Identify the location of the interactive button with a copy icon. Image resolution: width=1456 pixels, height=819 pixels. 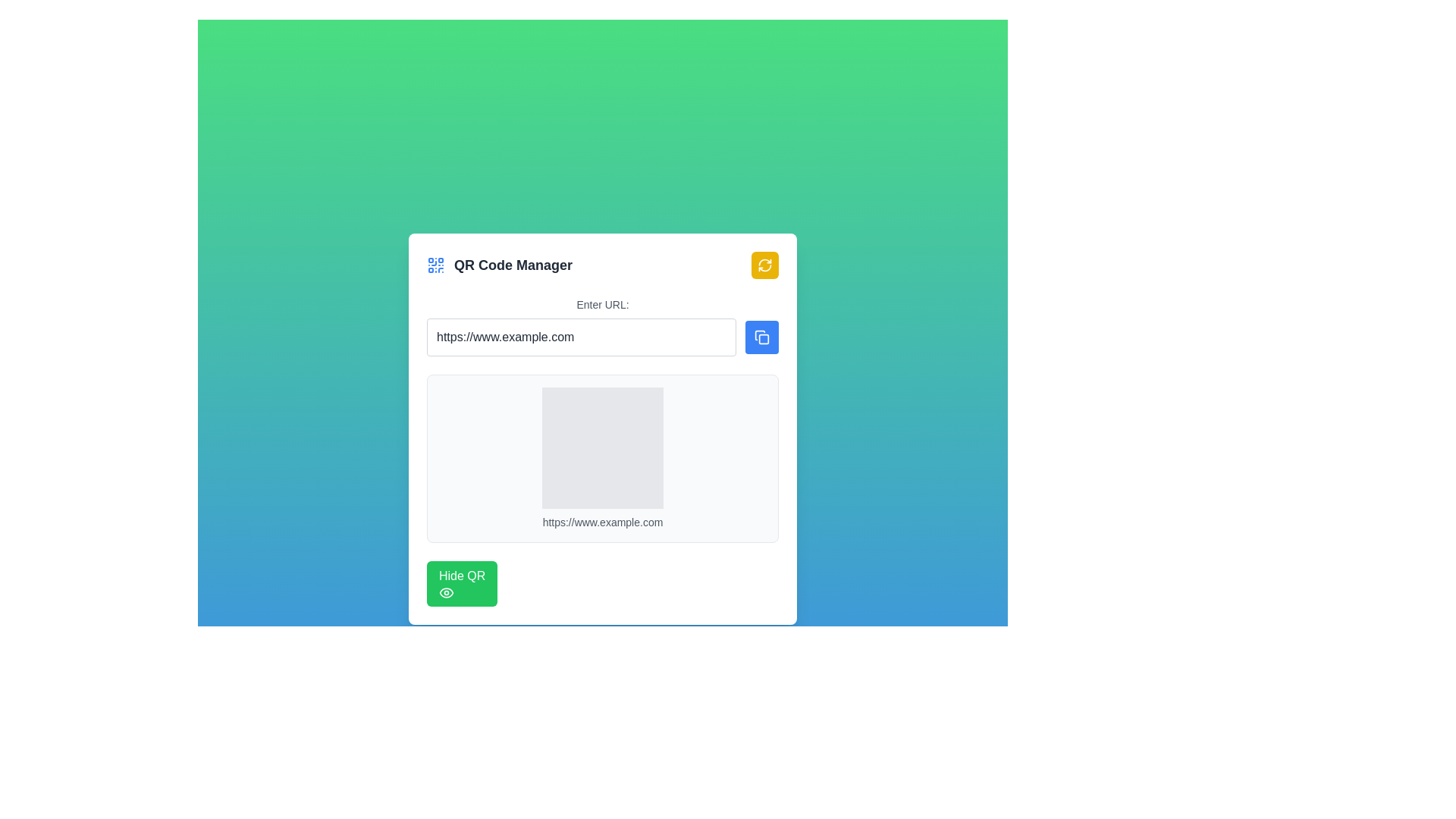
(761, 336).